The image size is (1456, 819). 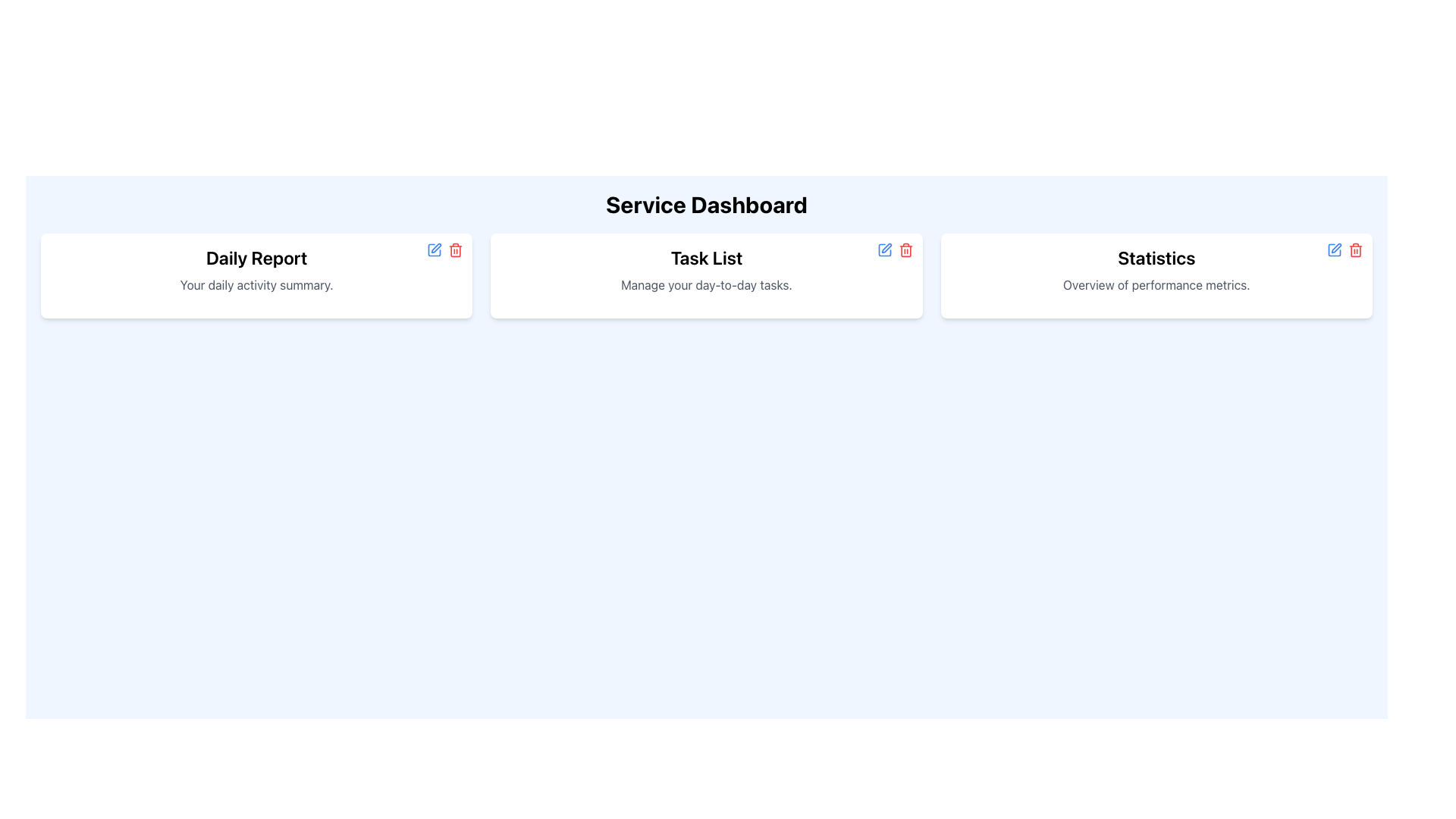 I want to click on the 'Daily Report' title heading, which is styled in bold, modern sans-serif font and located at the top of the card component, so click(x=256, y=256).